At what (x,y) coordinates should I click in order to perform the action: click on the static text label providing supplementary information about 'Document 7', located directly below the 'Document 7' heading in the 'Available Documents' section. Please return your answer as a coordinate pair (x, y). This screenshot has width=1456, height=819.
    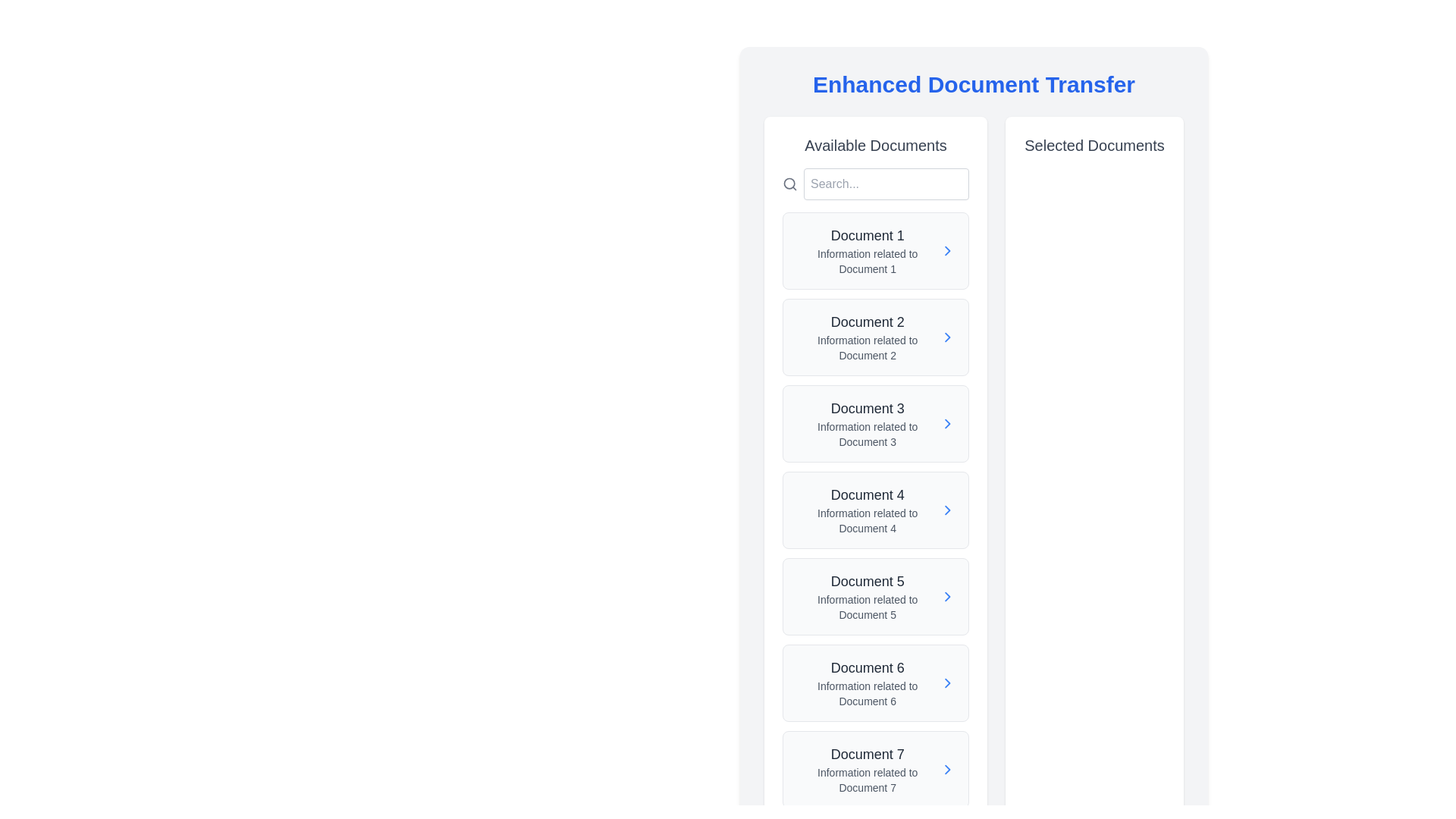
    Looking at the image, I should click on (868, 780).